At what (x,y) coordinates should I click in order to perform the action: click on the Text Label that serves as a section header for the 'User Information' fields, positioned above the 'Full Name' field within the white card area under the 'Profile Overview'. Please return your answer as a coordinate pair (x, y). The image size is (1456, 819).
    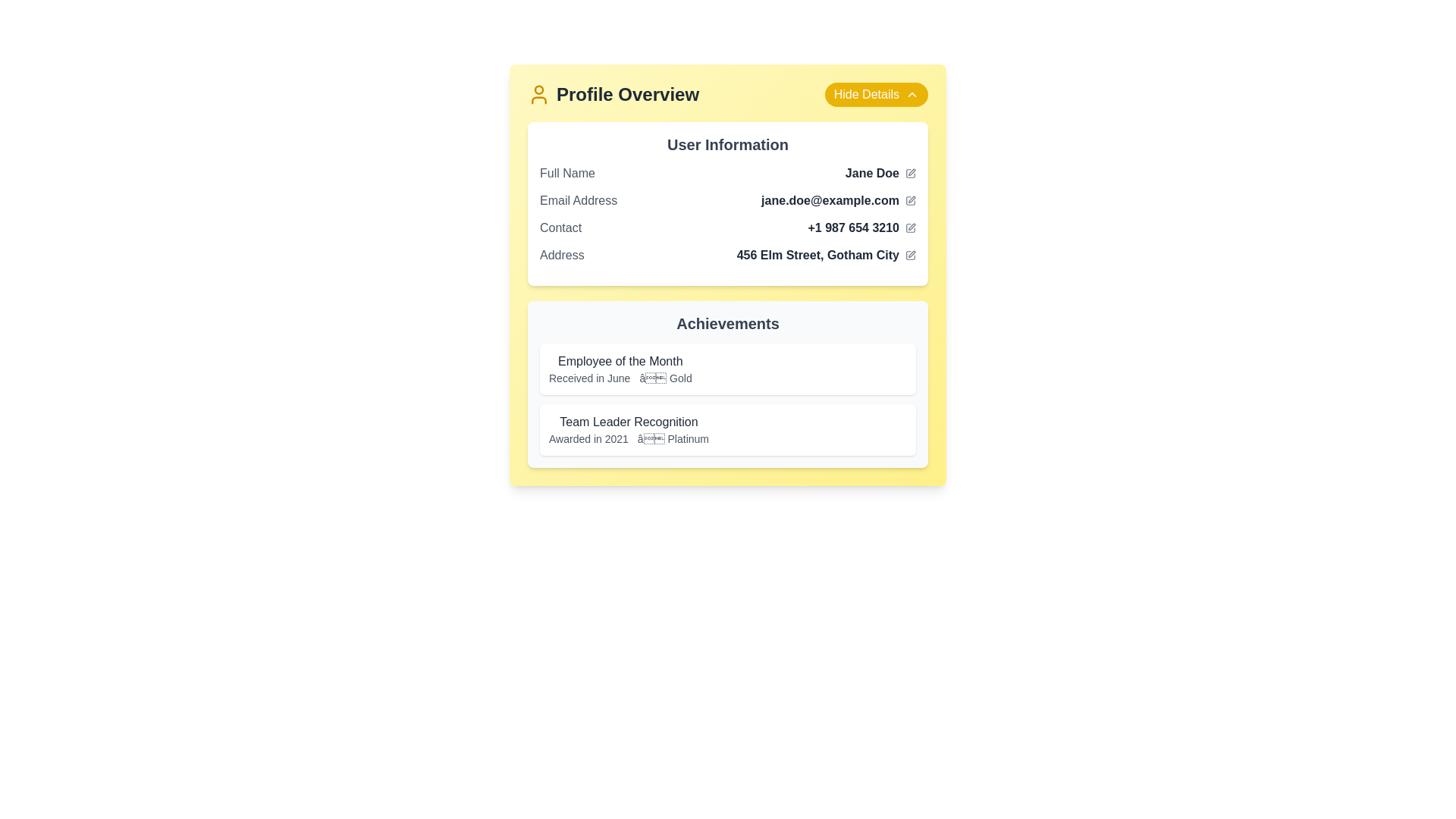
    Looking at the image, I should click on (728, 145).